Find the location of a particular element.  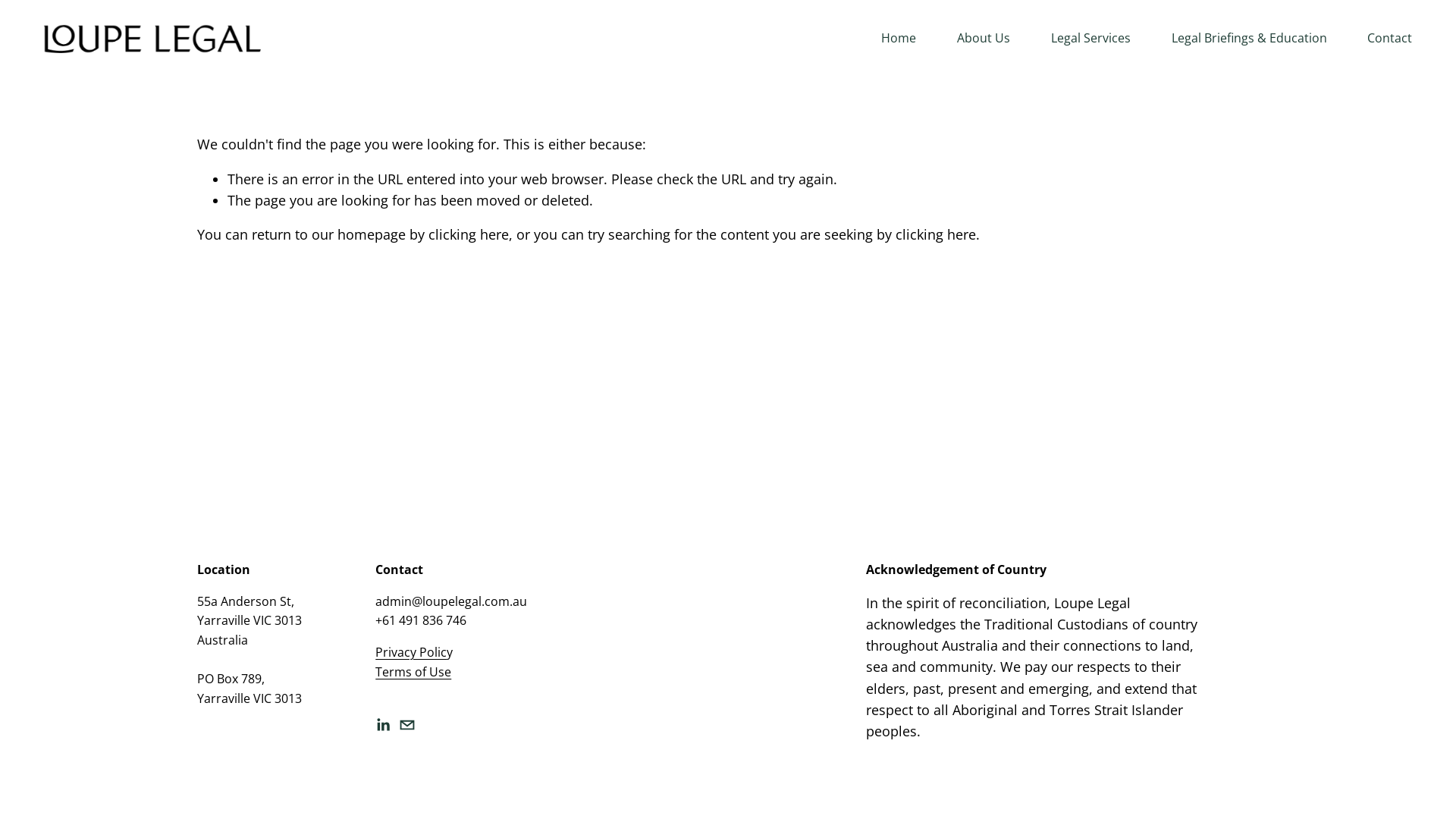

'Terms of Use' is located at coordinates (413, 672).